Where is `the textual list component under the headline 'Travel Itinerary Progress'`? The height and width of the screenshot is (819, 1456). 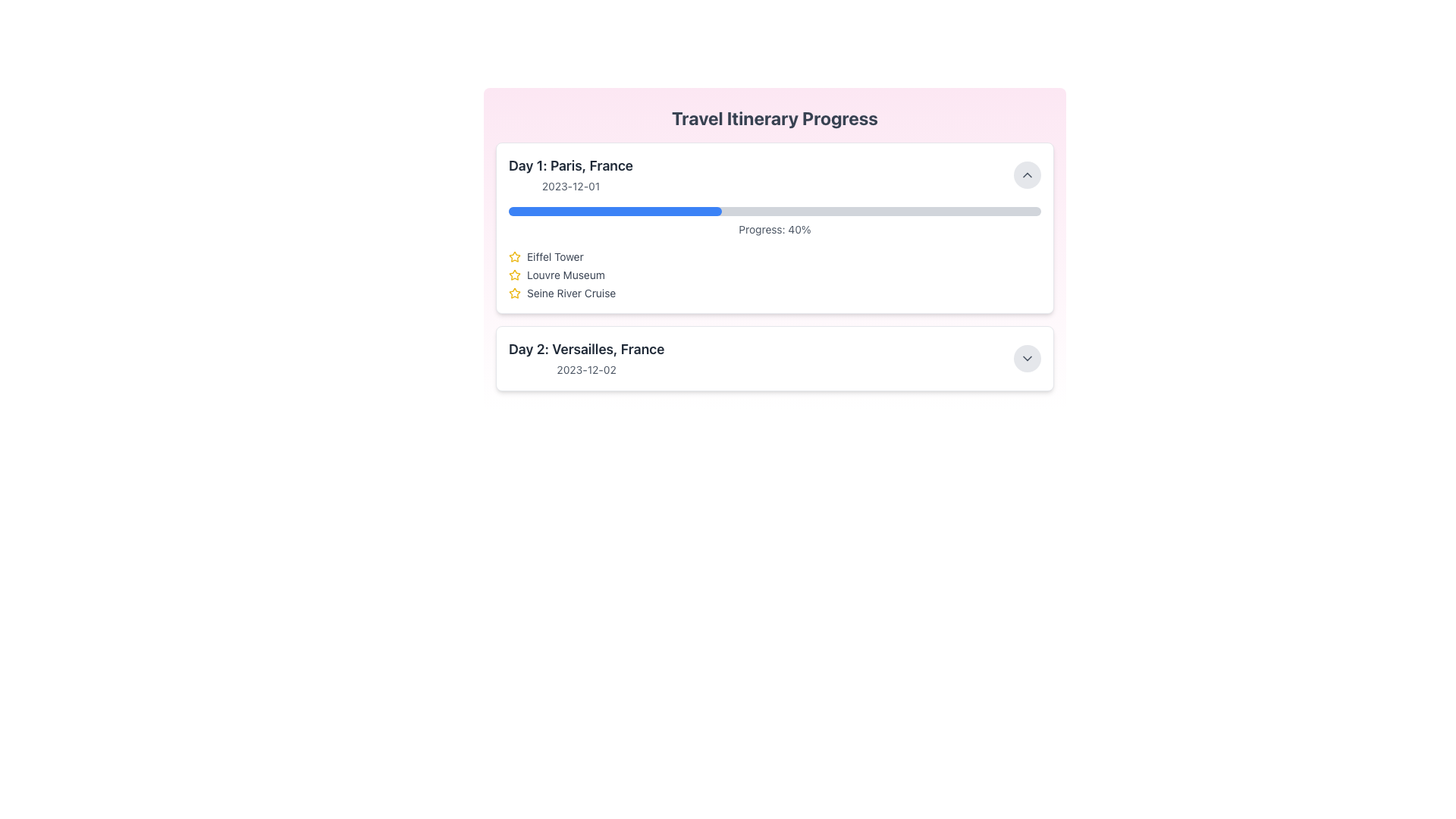 the textual list component under the headline 'Travel Itinerary Progress' is located at coordinates (775, 275).